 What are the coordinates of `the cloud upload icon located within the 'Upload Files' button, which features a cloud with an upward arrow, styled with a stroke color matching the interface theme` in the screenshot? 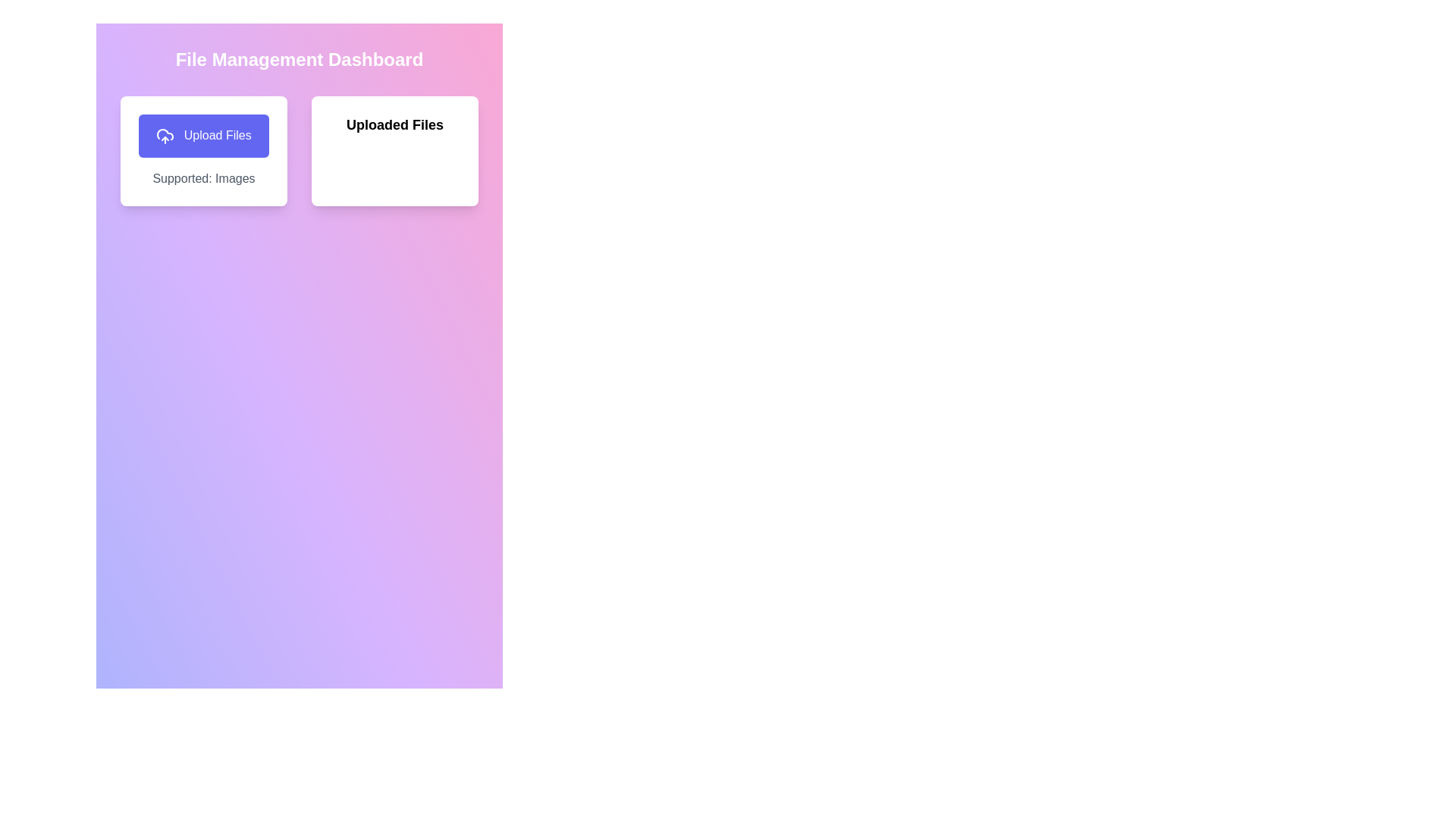 It's located at (165, 135).